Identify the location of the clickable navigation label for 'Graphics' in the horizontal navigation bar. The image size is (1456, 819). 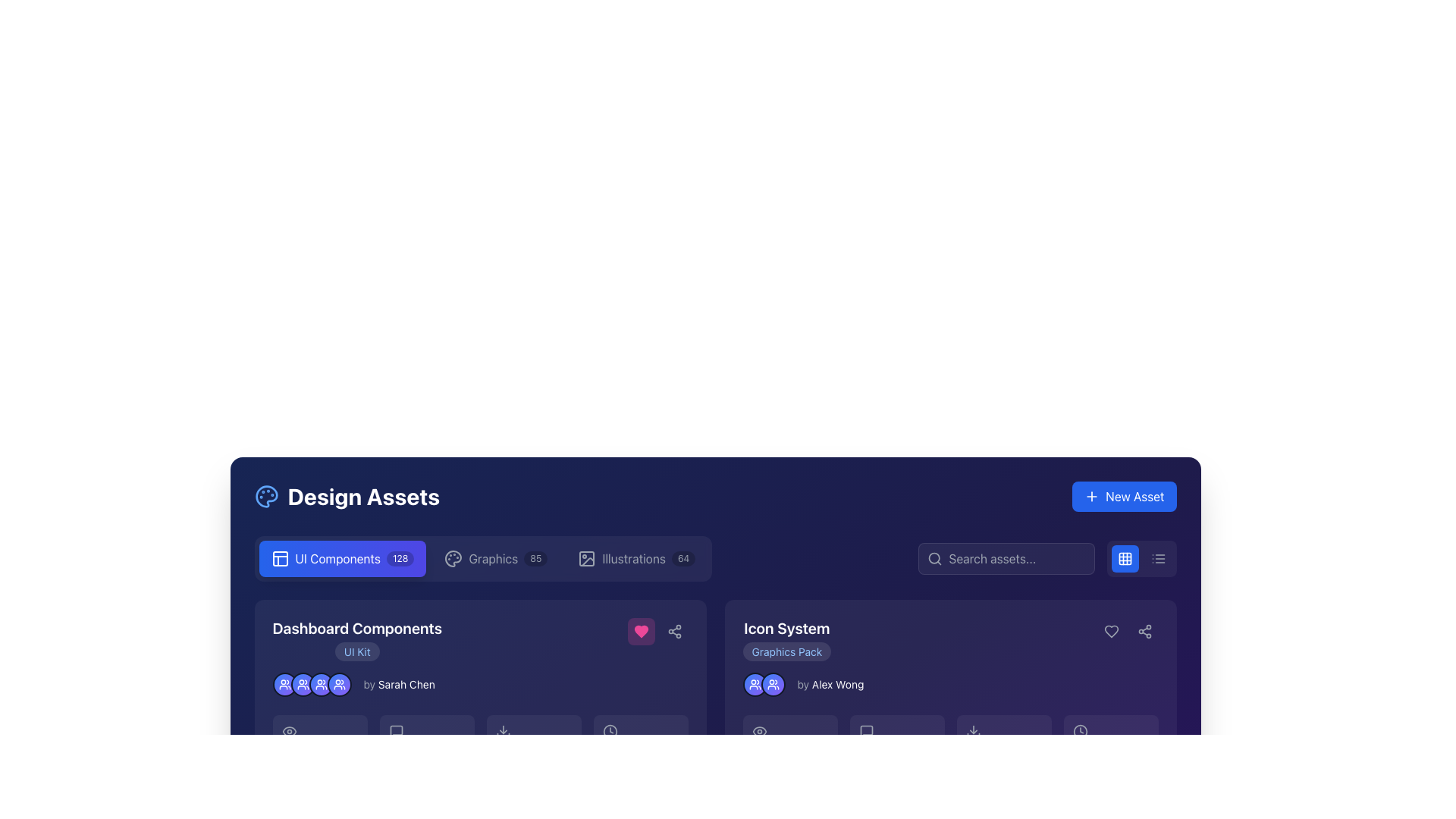
(493, 558).